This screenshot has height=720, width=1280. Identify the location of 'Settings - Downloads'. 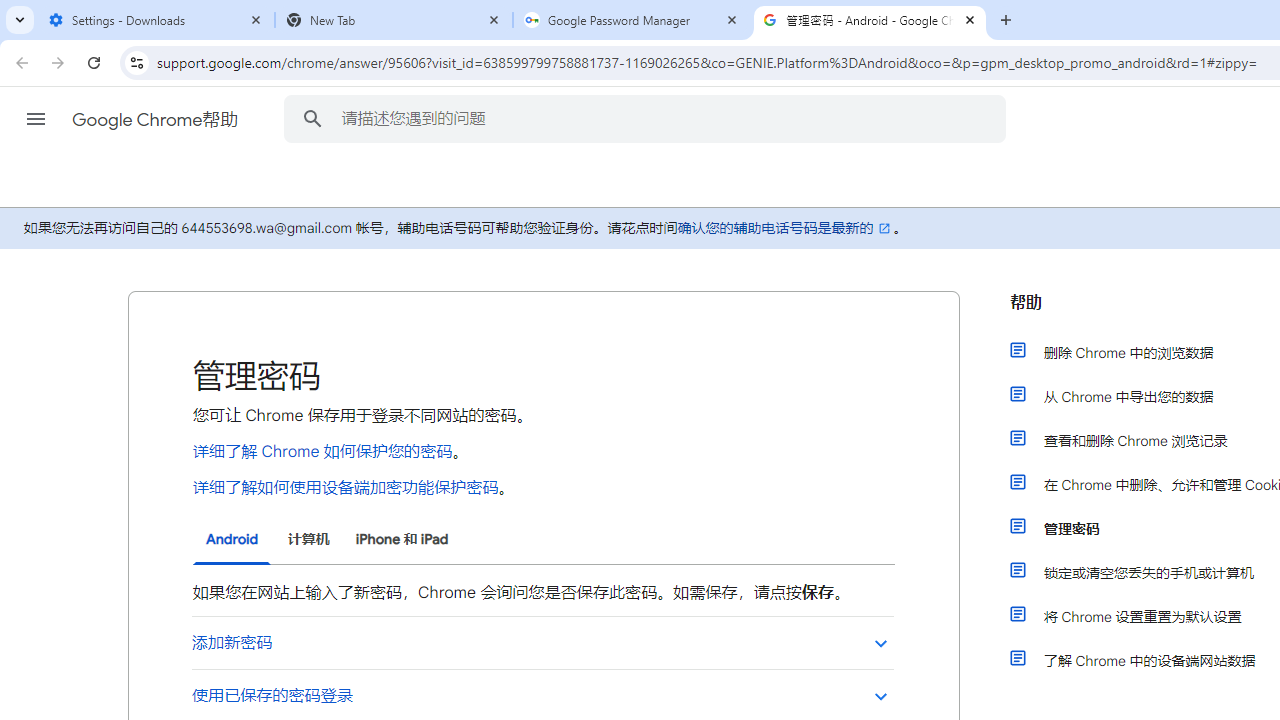
(155, 20).